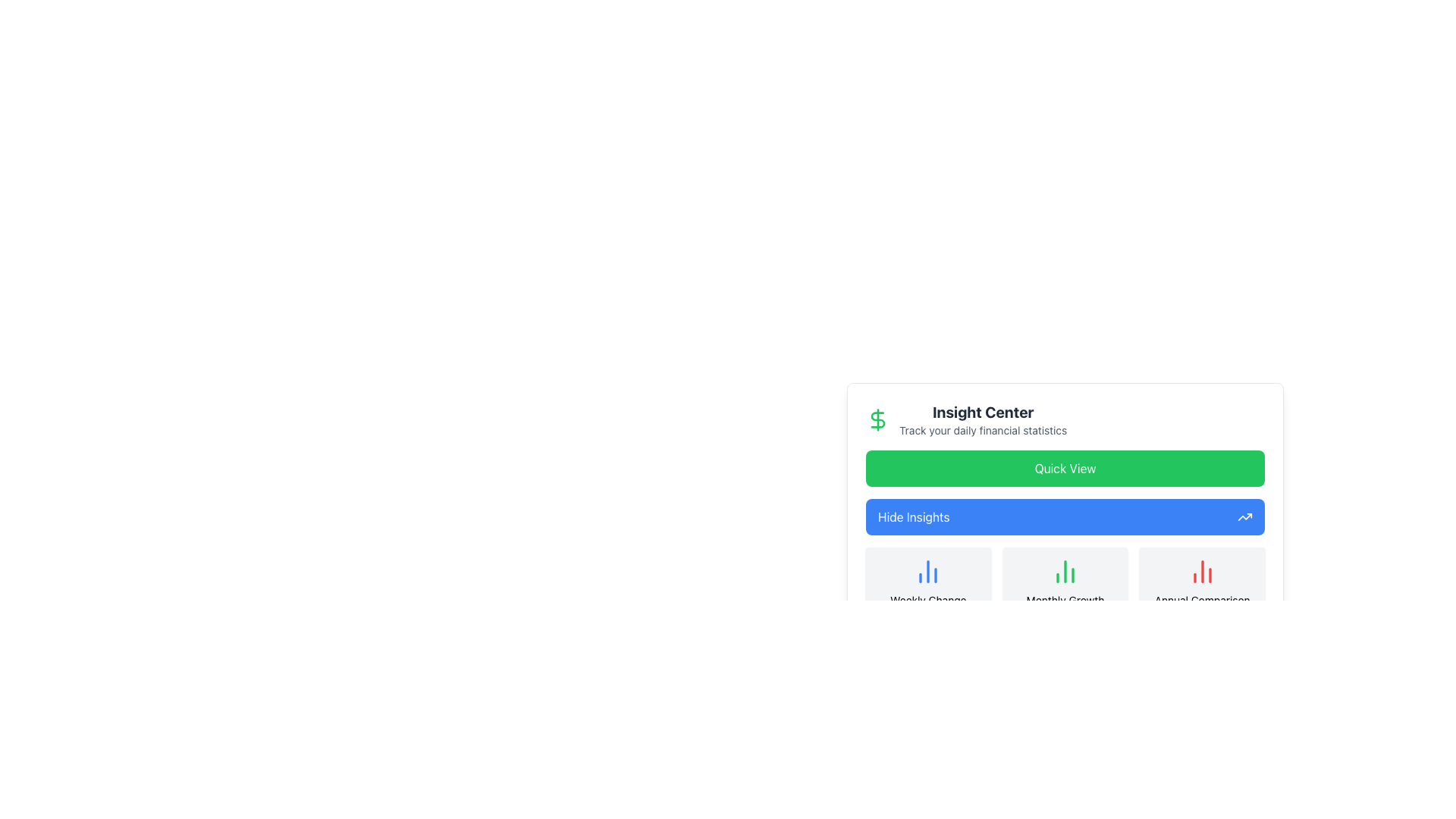 The image size is (1456, 819). Describe the element at coordinates (927, 571) in the screenshot. I see `the bar chart icon representing the 'Weekly Change' data point, which is located at the center of the bottom card layout above the text 'Weekly Change'` at that location.